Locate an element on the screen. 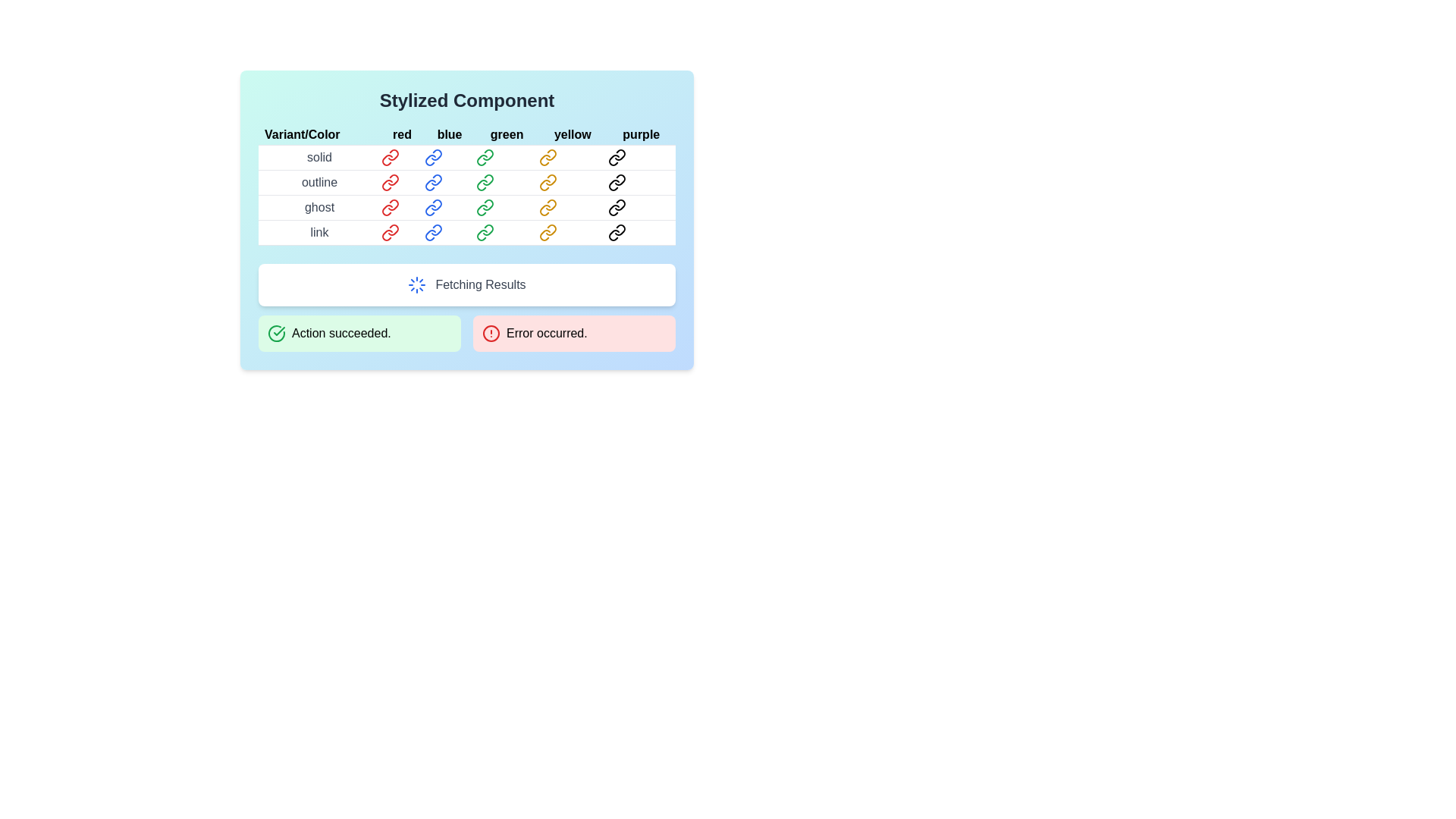  the Link icon representing the 'ghost red' property is located at coordinates (390, 207).